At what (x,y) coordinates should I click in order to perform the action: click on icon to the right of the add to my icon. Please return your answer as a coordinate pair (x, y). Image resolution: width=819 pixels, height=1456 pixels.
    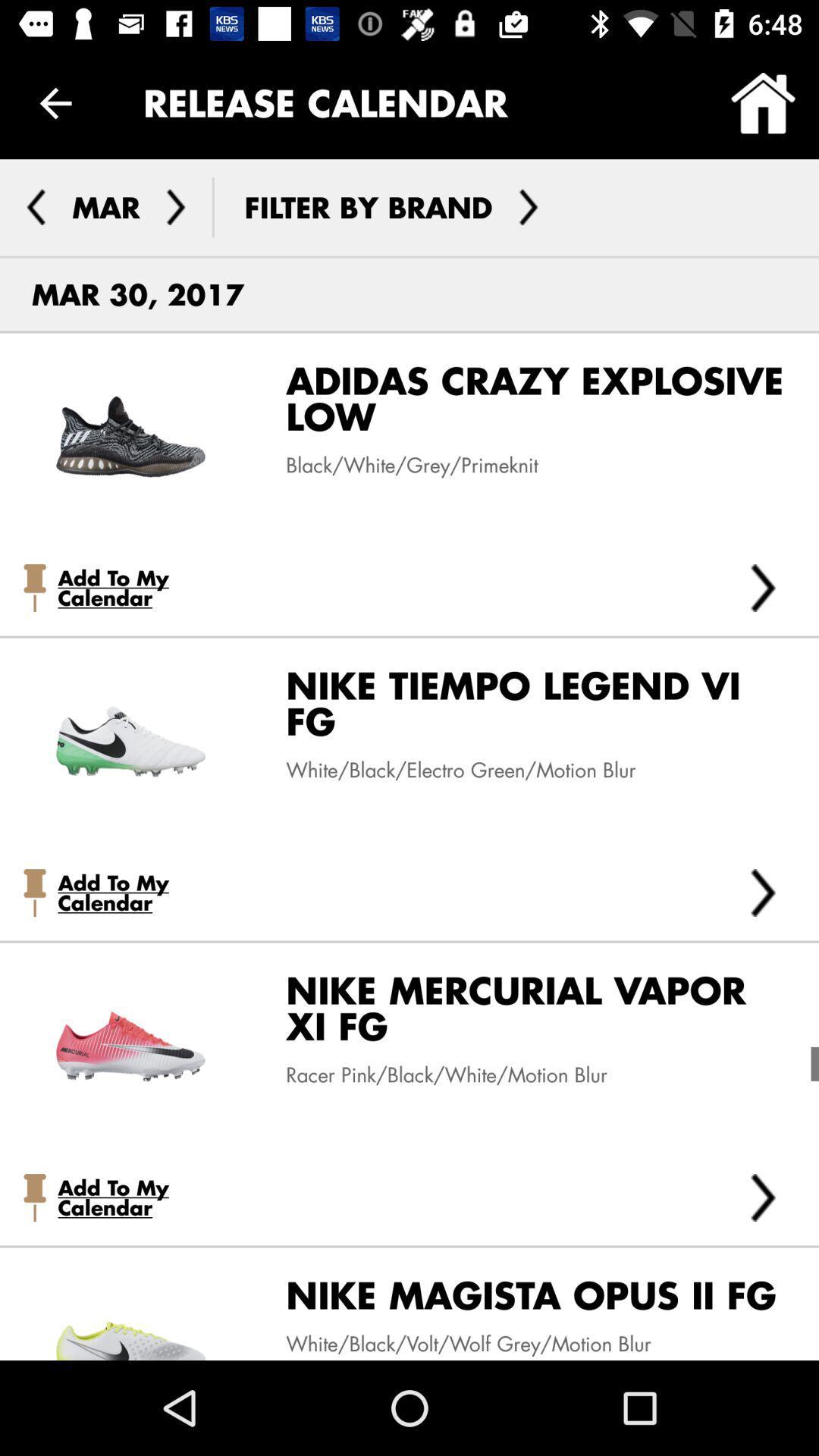
    Looking at the image, I should click on (763, 587).